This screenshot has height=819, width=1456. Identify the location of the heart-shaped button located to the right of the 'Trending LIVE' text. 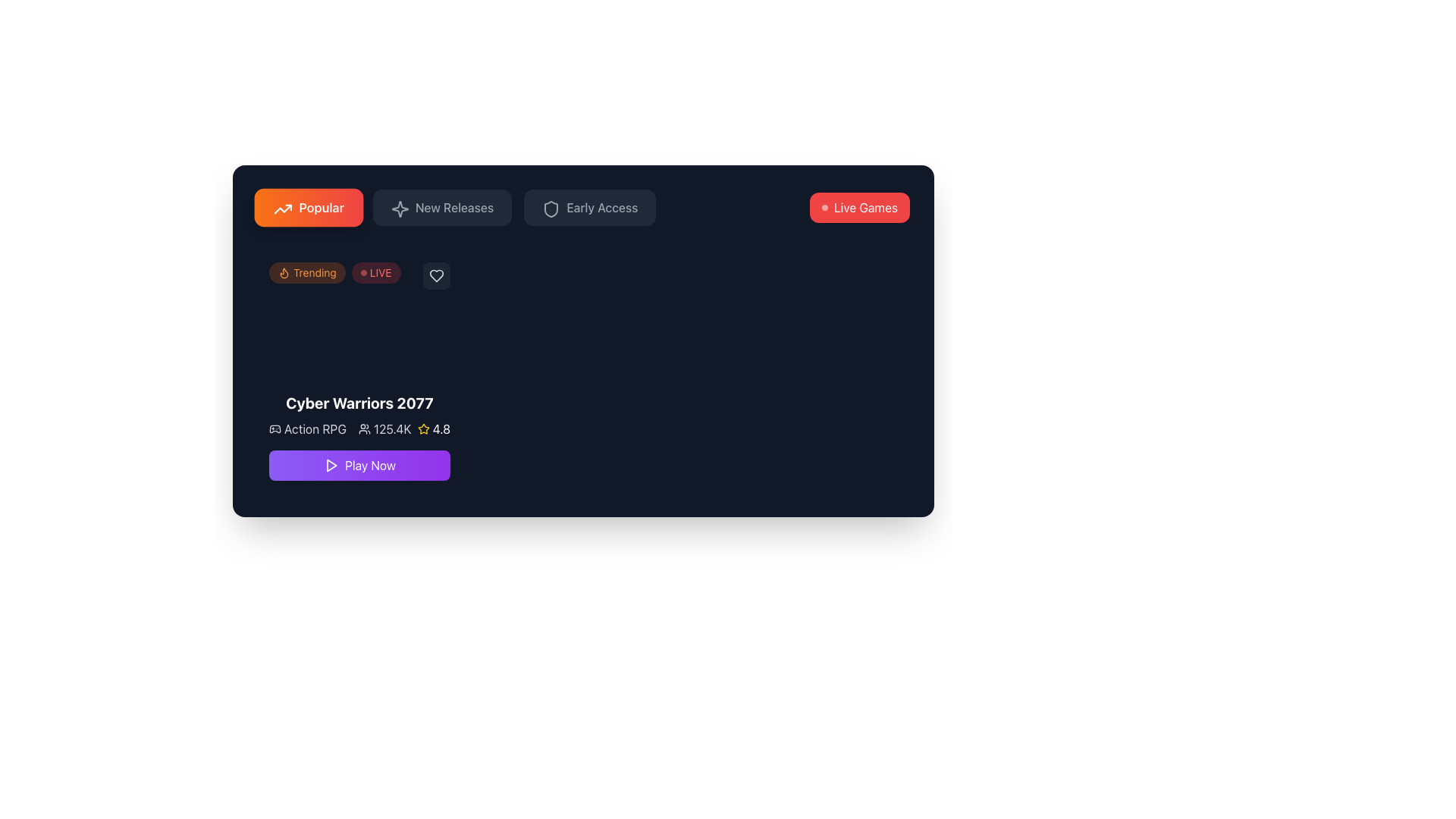
(436, 275).